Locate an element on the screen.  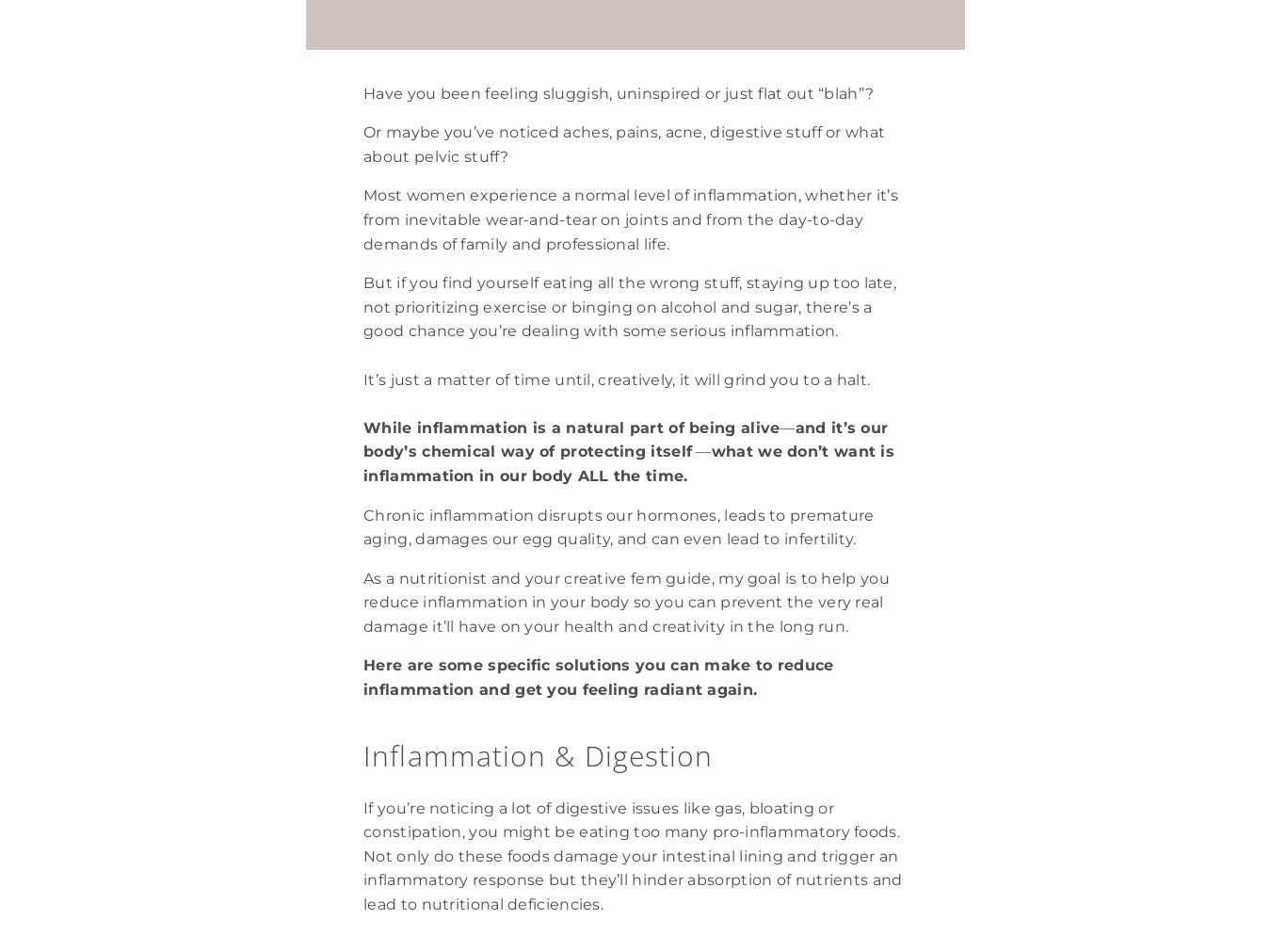
'It’s just a matter of time until, creatively, it will grind you to a halt.' is located at coordinates (619, 378).